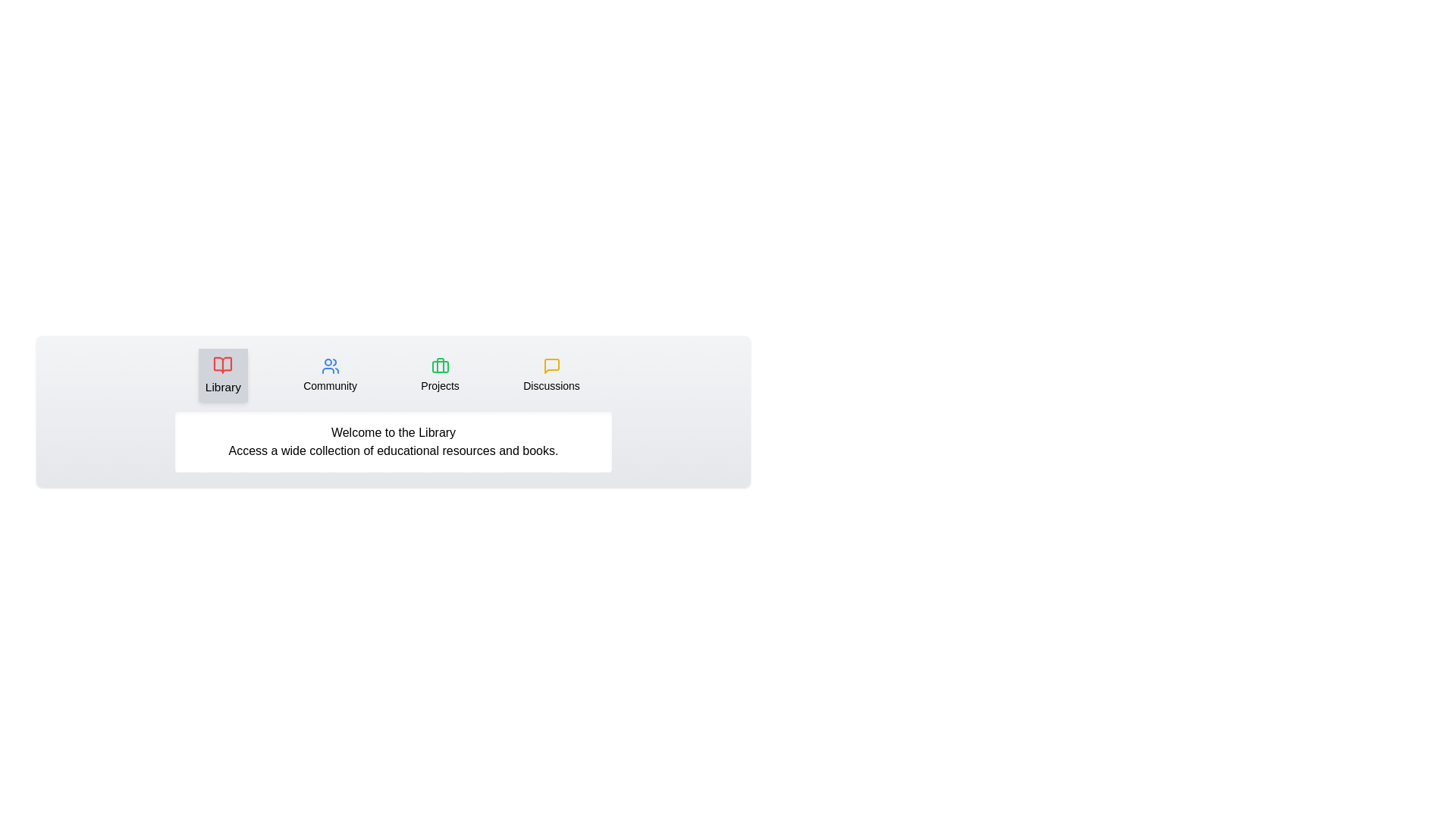  What do you see at coordinates (222, 375) in the screenshot?
I see `the 'Library' button, which features a red open book icon and is positioned in the top-left section of the interface` at bounding box center [222, 375].